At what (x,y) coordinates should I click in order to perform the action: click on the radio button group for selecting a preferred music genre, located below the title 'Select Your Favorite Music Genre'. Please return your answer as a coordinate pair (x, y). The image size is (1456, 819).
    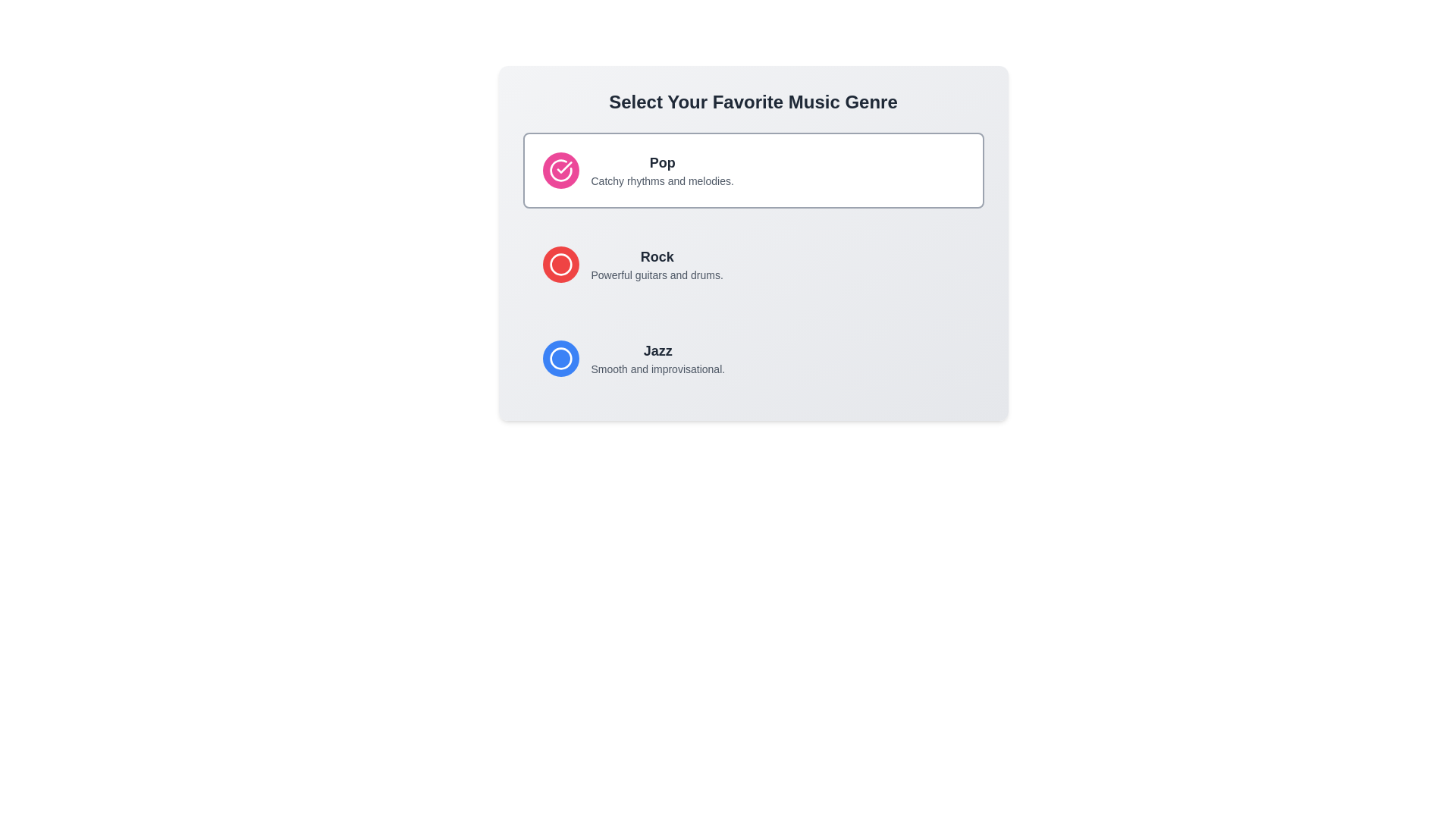
    Looking at the image, I should click on (753, 263).